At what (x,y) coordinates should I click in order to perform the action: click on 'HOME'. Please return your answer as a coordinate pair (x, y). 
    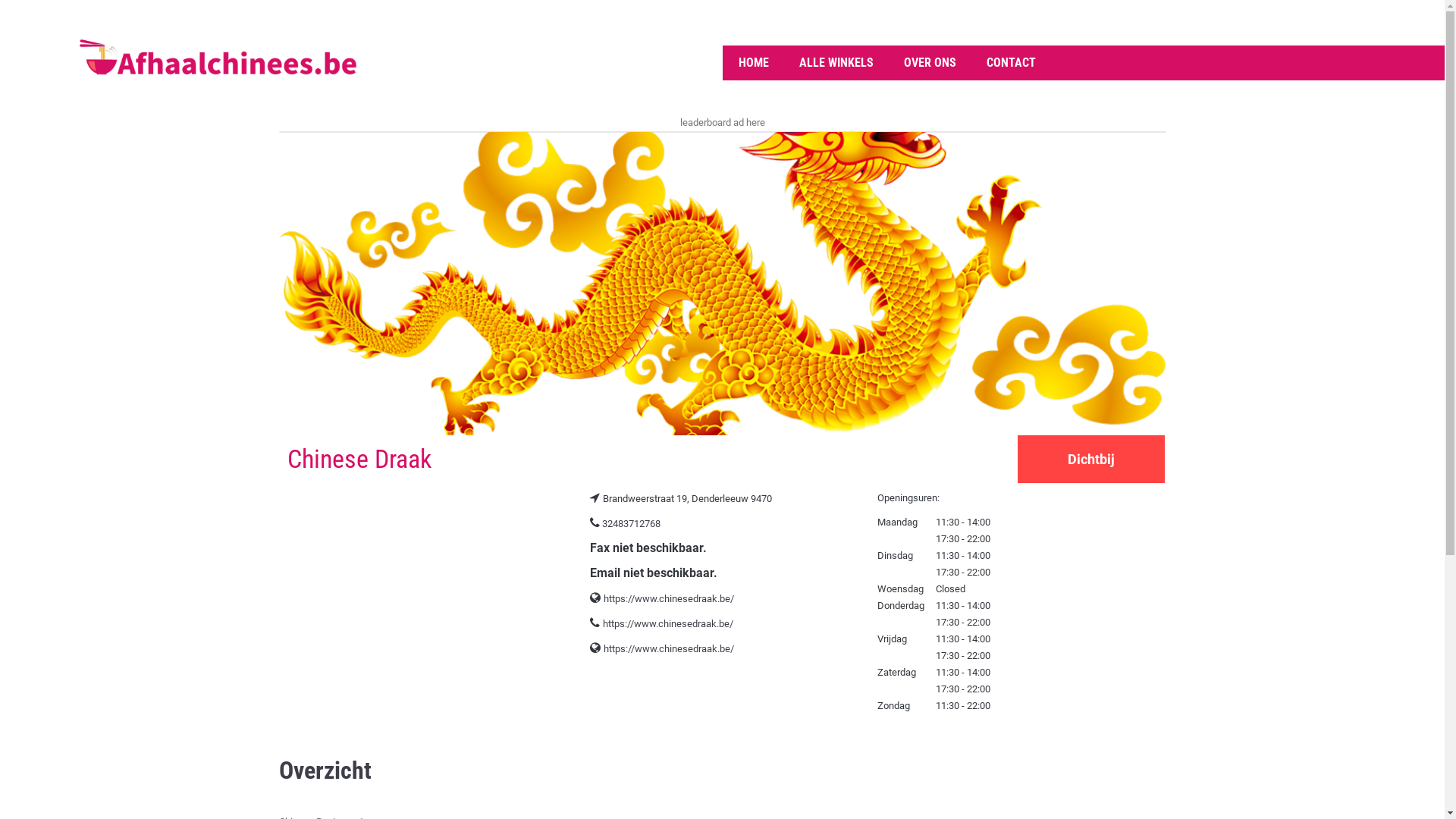
    Looking at the image, I should click on (753, 62).